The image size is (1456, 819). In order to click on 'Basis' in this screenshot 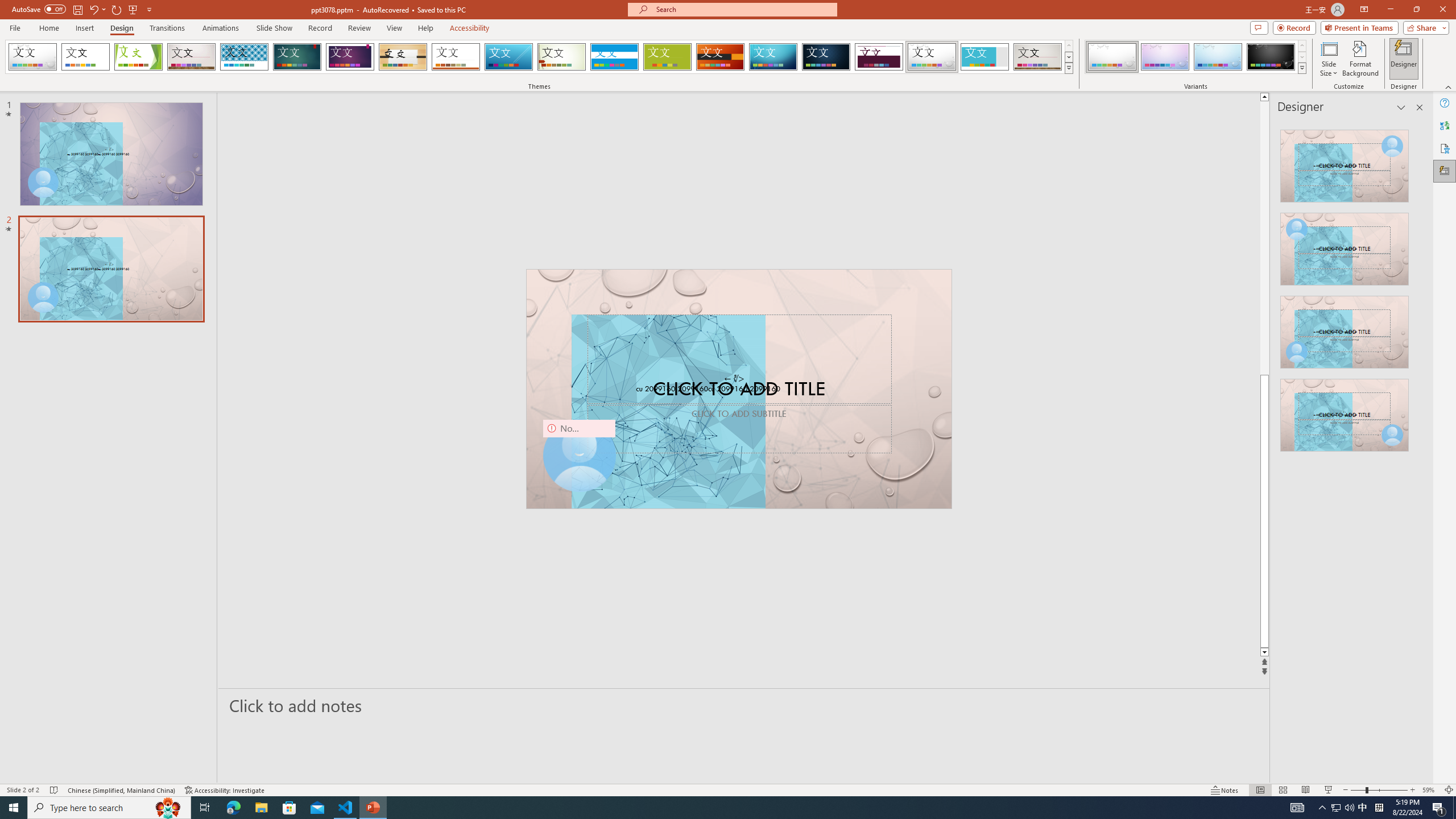, I will do `click(667, 56)`.